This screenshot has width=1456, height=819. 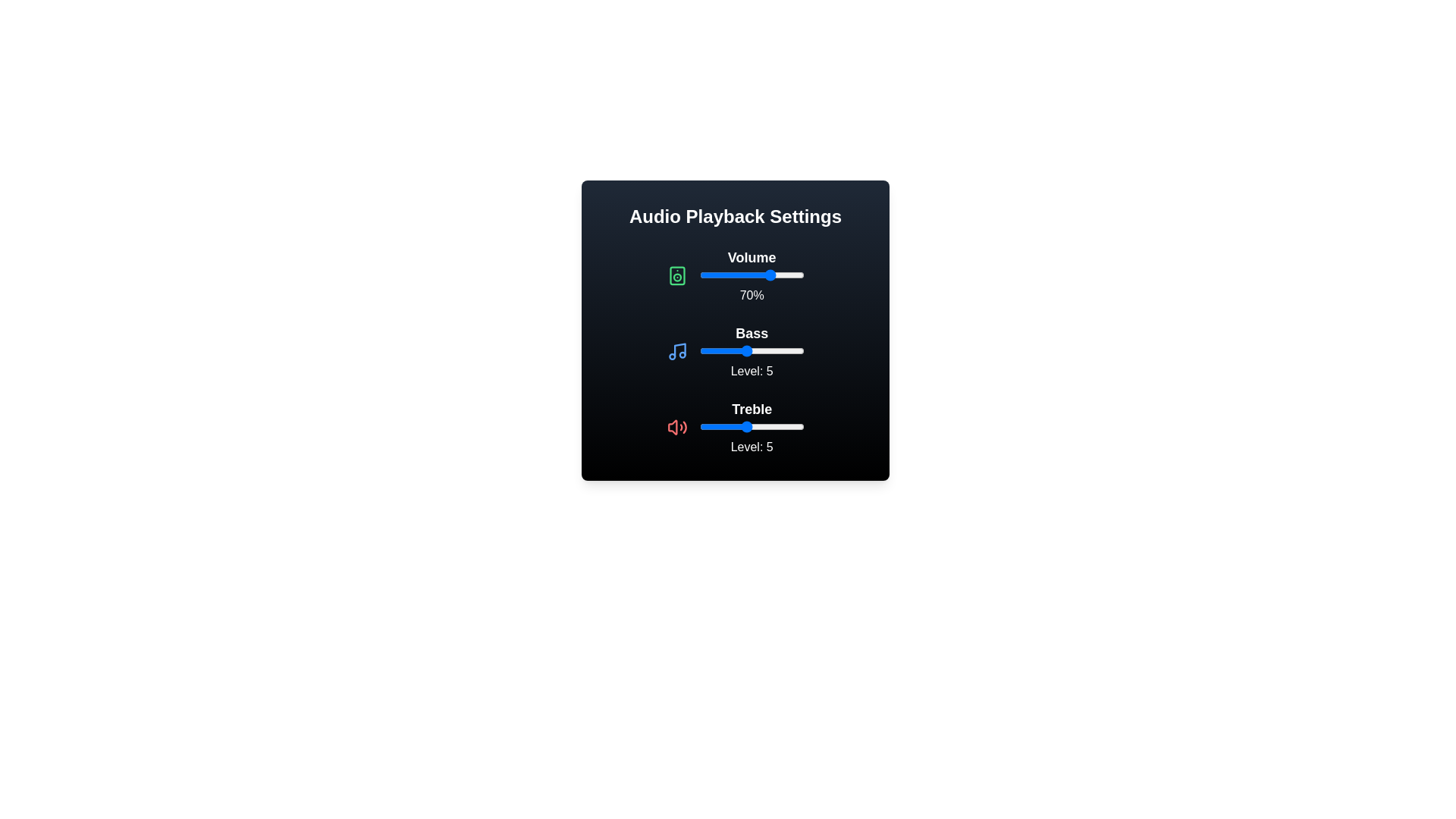 What do you see at coordinates (748, 275) in the screenshot?
I see `the volume slider` at bounding box center [748, 275].